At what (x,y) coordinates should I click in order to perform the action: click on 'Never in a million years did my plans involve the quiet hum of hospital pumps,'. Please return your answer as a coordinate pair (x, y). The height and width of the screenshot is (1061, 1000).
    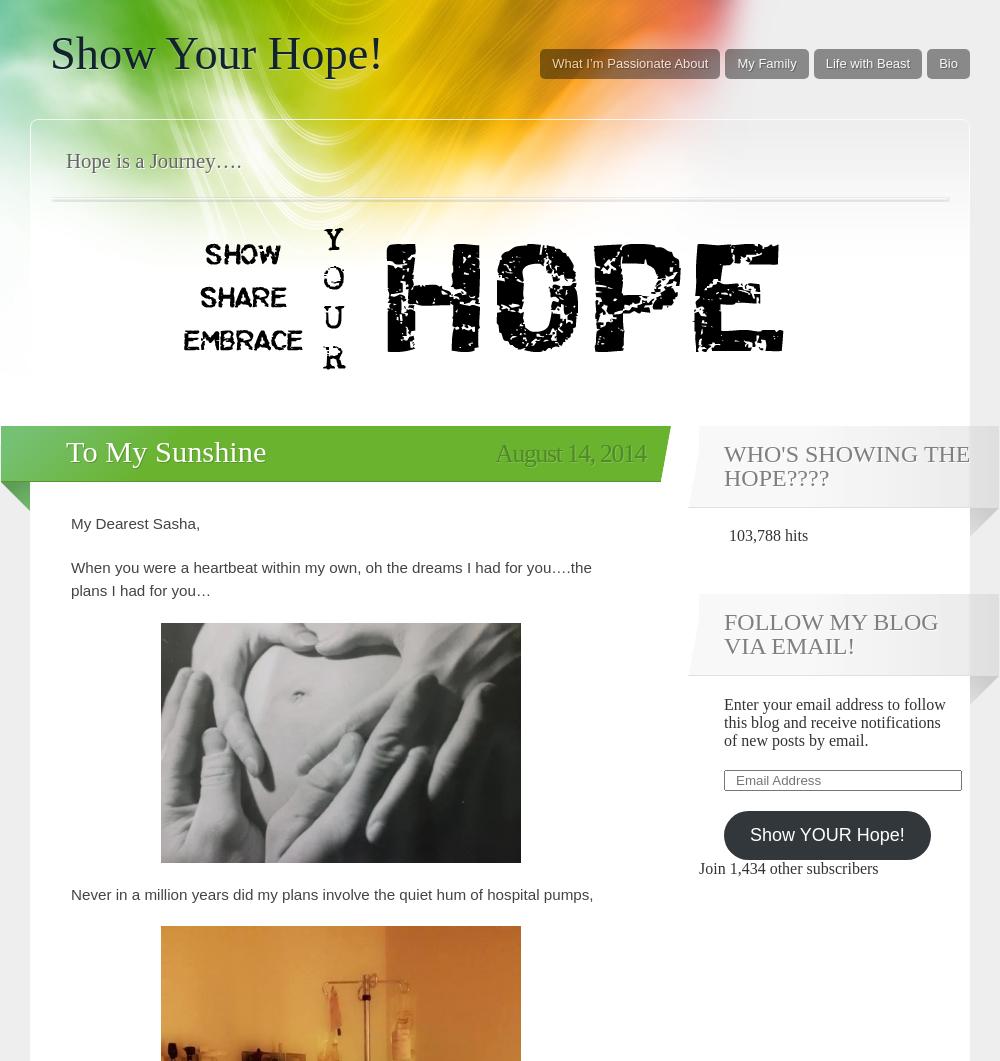
    Looking at the image, I should click on (331, 892).